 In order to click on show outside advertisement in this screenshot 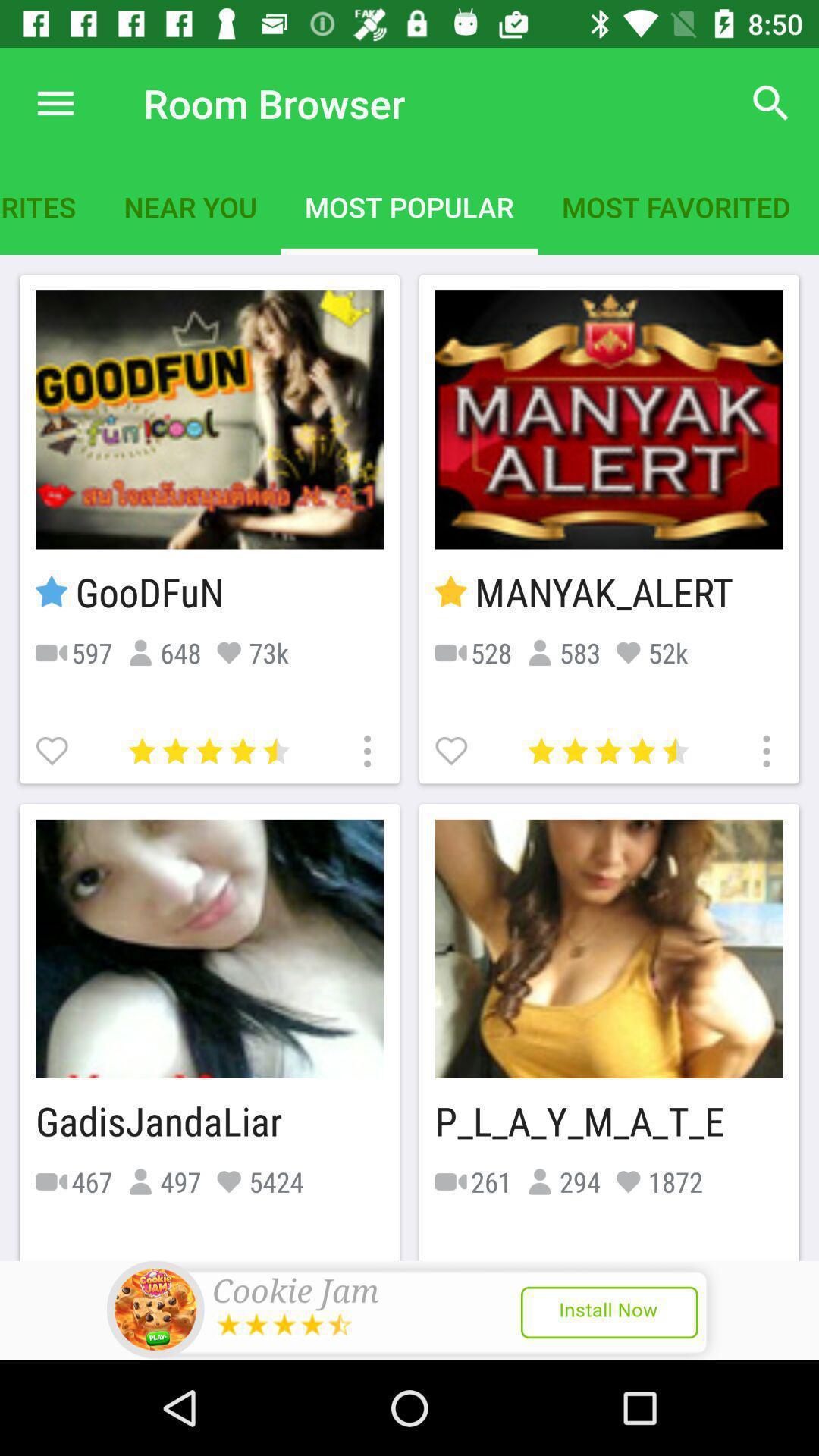, I will do `click(409, 1310)`.